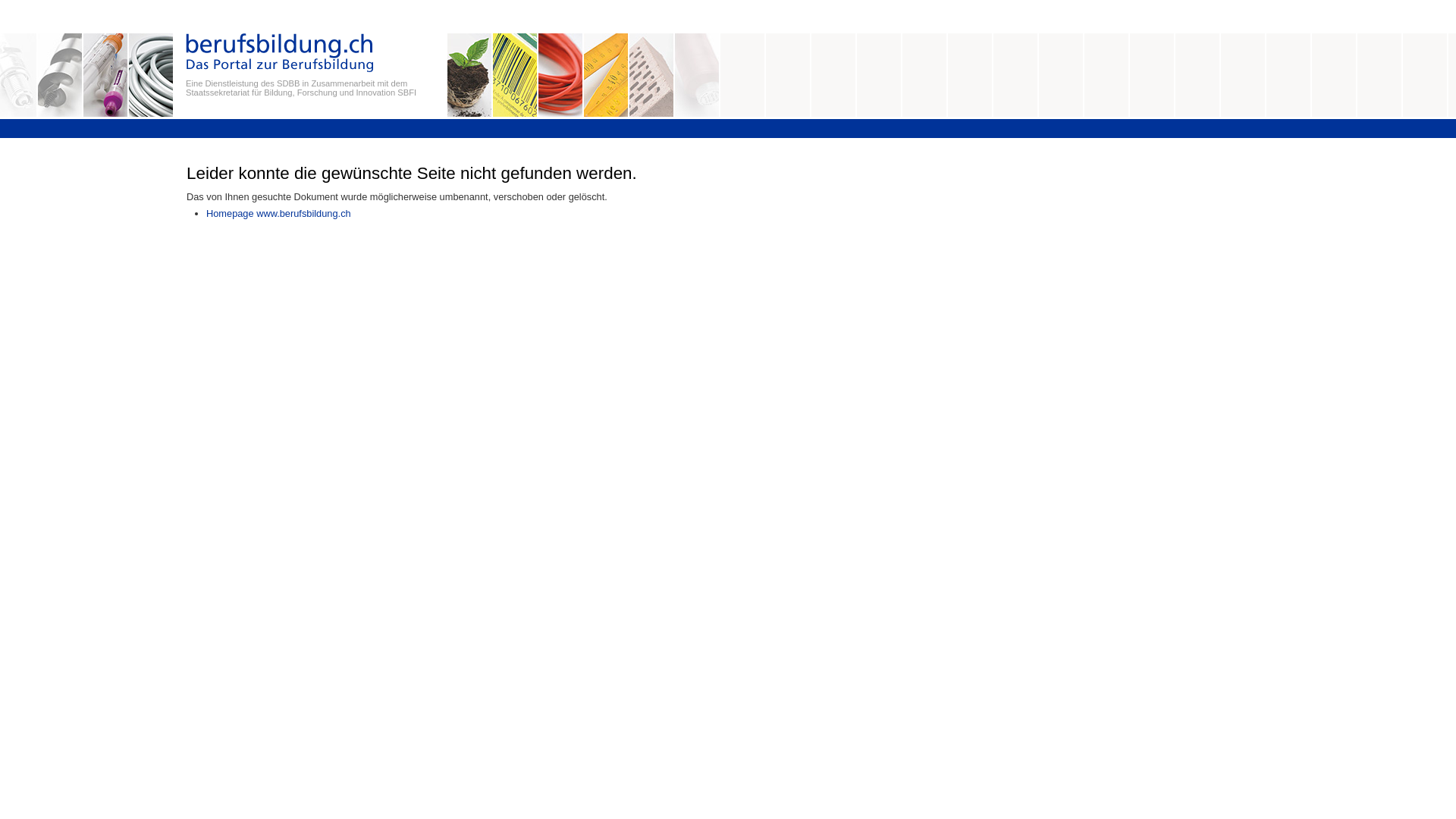  Describe the element at coordinates (278, 213) in the screenshot. I see `'Homepage www.berufsbildung.ch'` at that location.